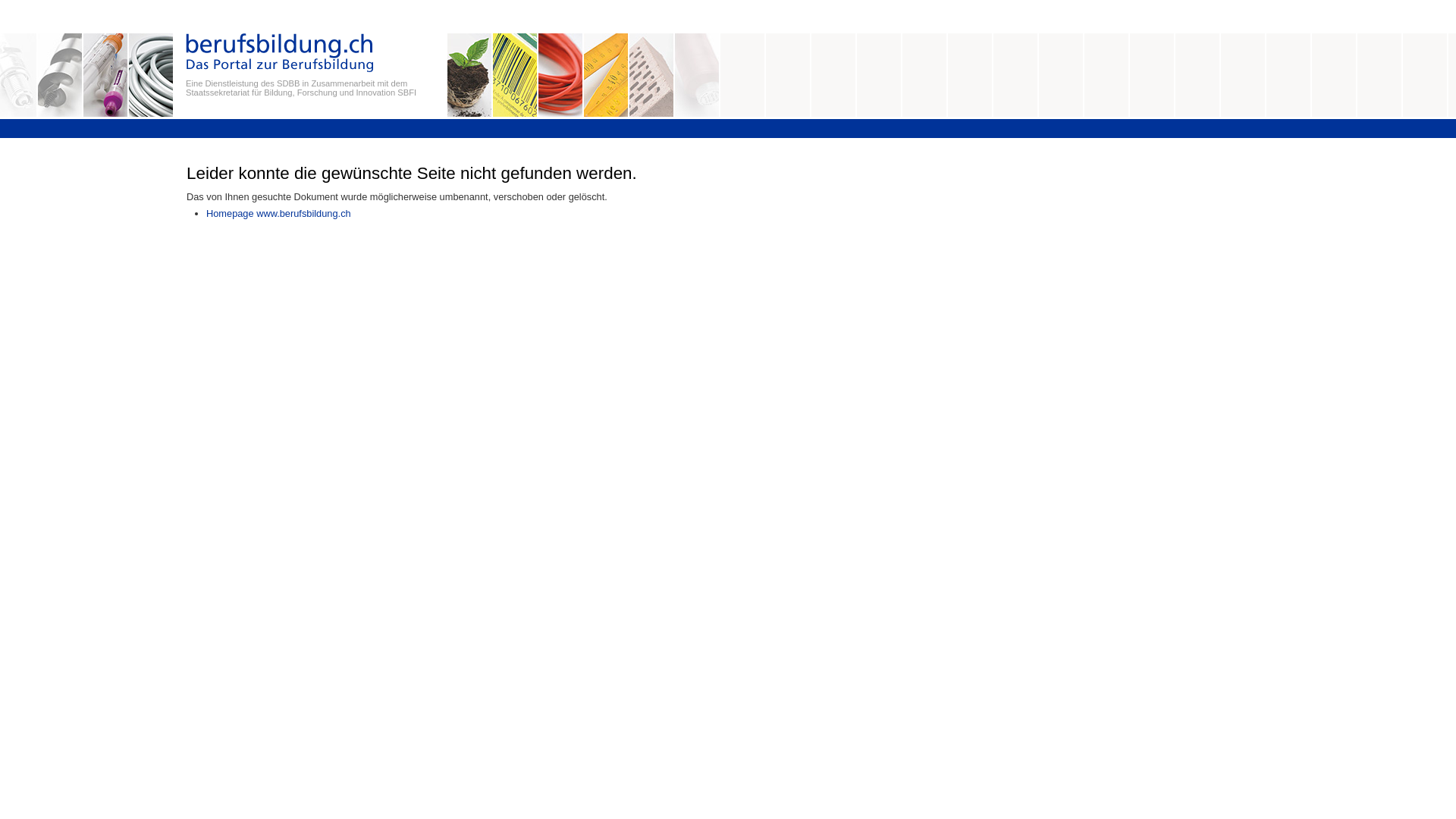  Describe the element at coordinates (278, 213) in the screenshot. I see `'Homepage www.berufsbildung.ch'` at that location.